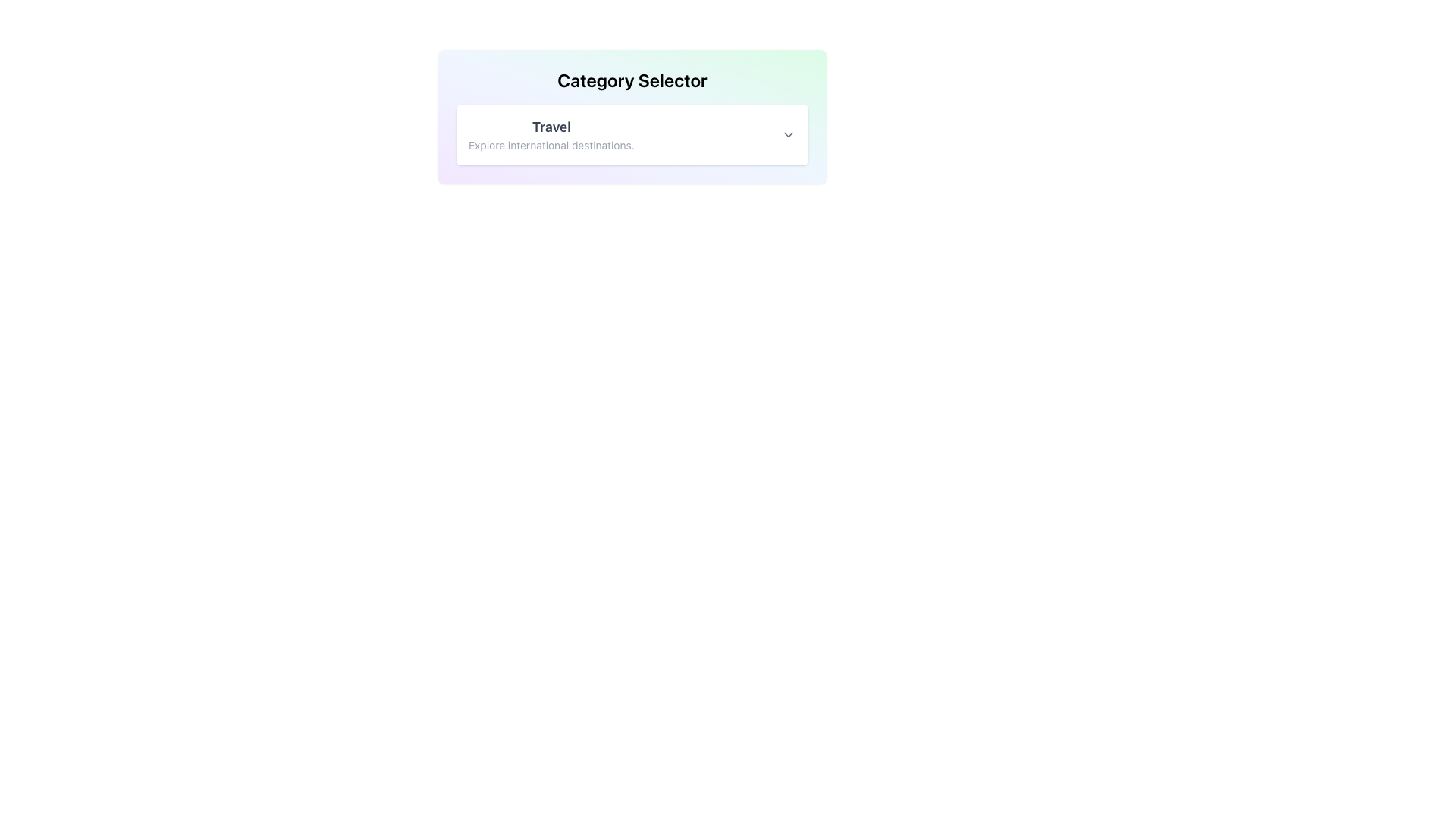 This screenshot has width=1456, height=819. What do you see at coordinates (551, 146) in the screenshot?
I see `the non-interactive text label providing context for the 'Travel' category, located directly below the 'Travel' title` at bounding box center [551, 146].